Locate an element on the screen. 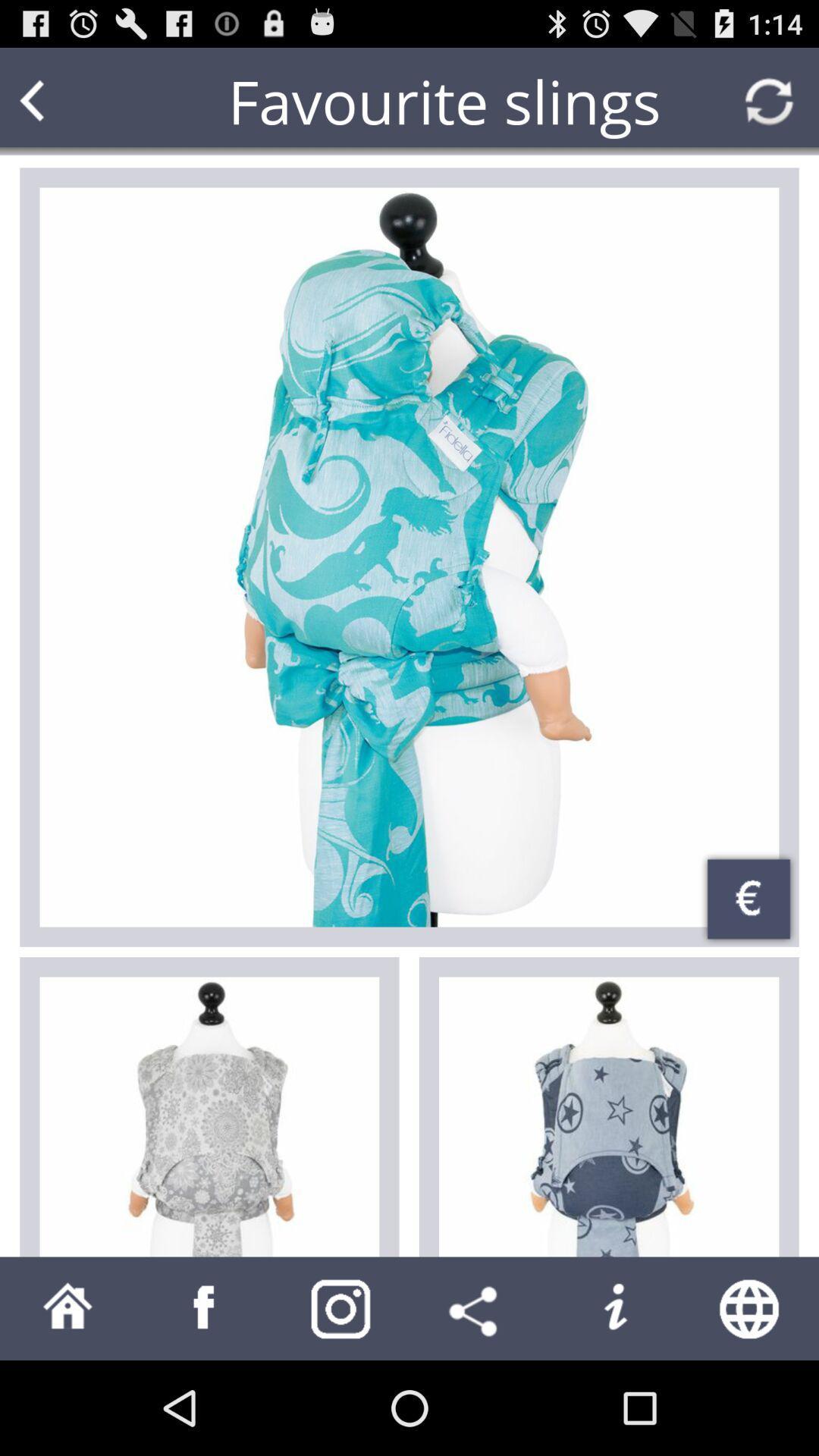 This screenshot has width=819, height=1456. go back is located at coordinates (61, 100).